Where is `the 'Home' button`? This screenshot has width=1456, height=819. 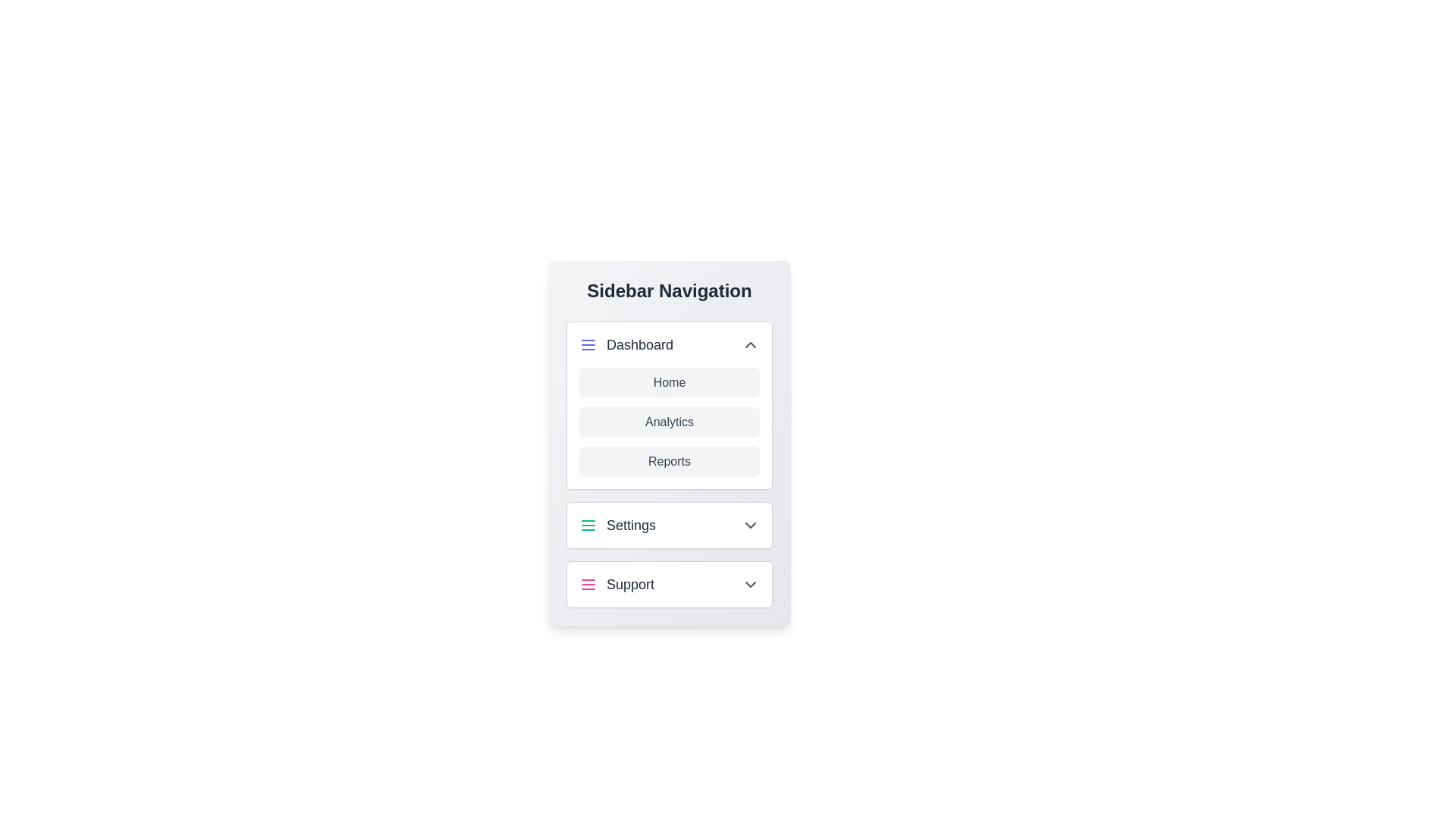 the 'Home' button is located at coordinates (669, 382).